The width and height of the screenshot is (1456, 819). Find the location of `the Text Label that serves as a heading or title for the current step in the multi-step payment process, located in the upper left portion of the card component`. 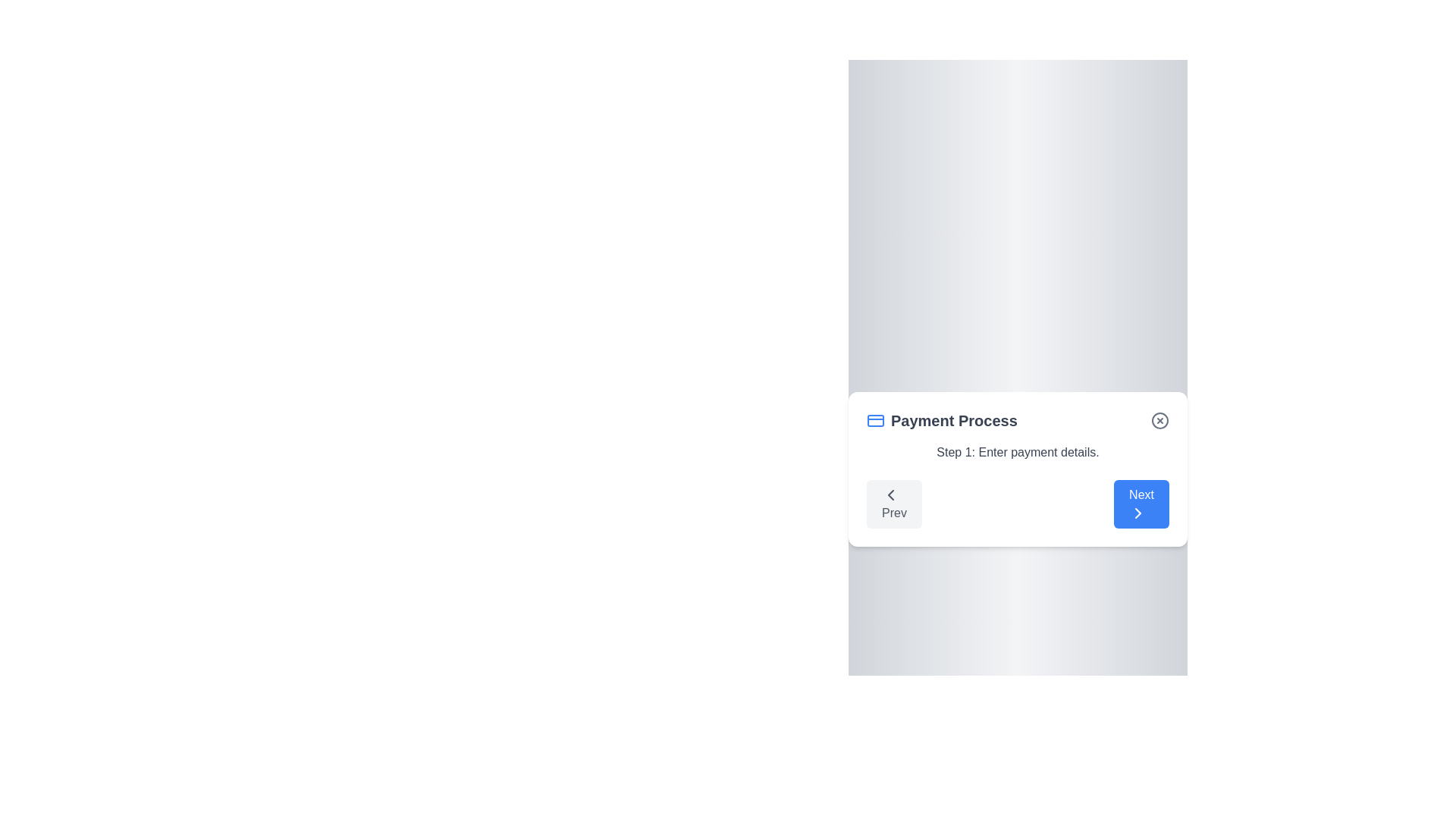

the Text Label that serves as a heading or title for the current step in the multi-step payment process, located in the upper left portion of the card component is located at coordinates (941, 421).